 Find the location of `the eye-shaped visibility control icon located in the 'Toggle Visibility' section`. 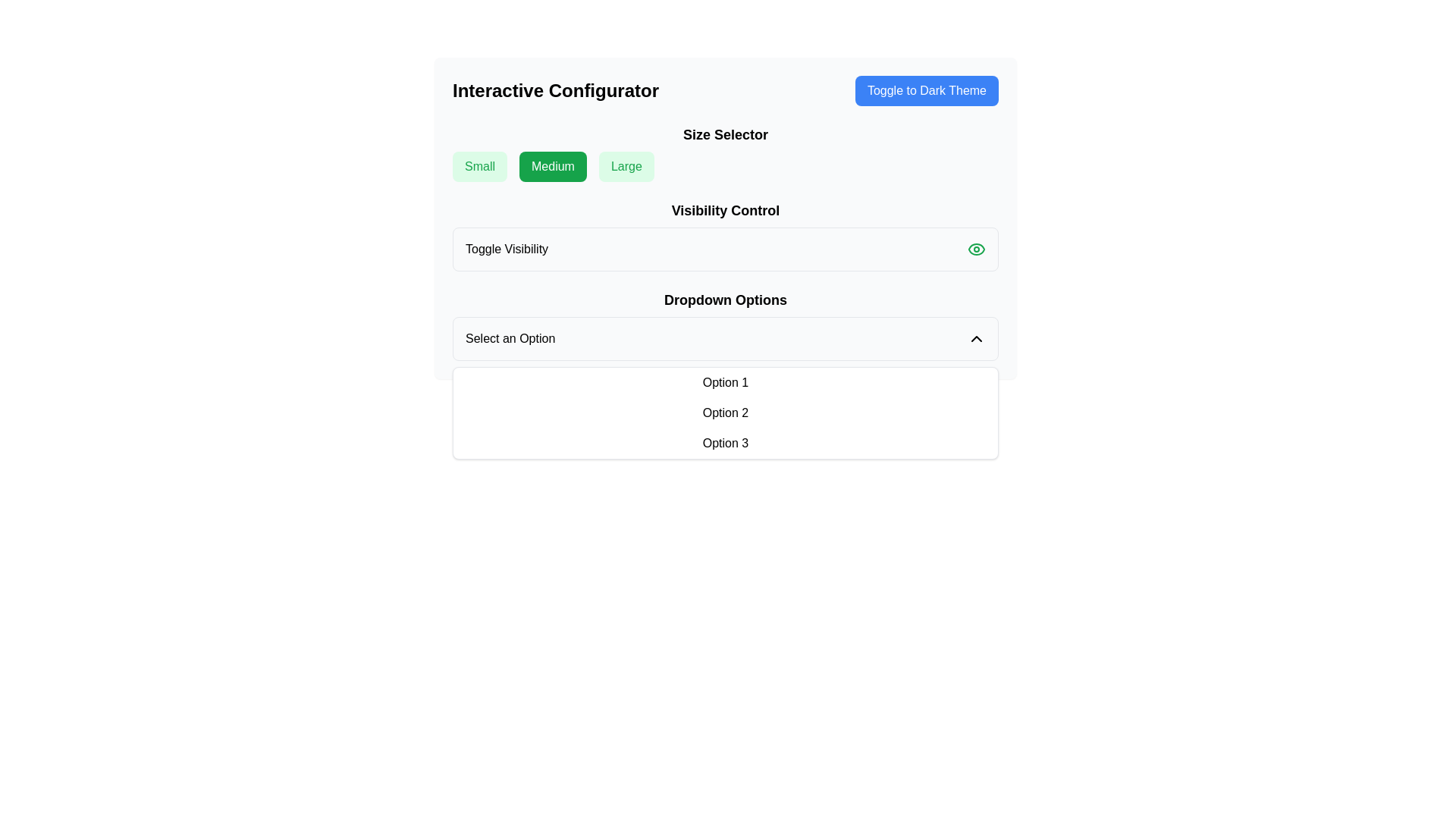

the eye-shaped visibility control icon located in the 'Toggle Visibility' section is located at coordinates (976, 248).